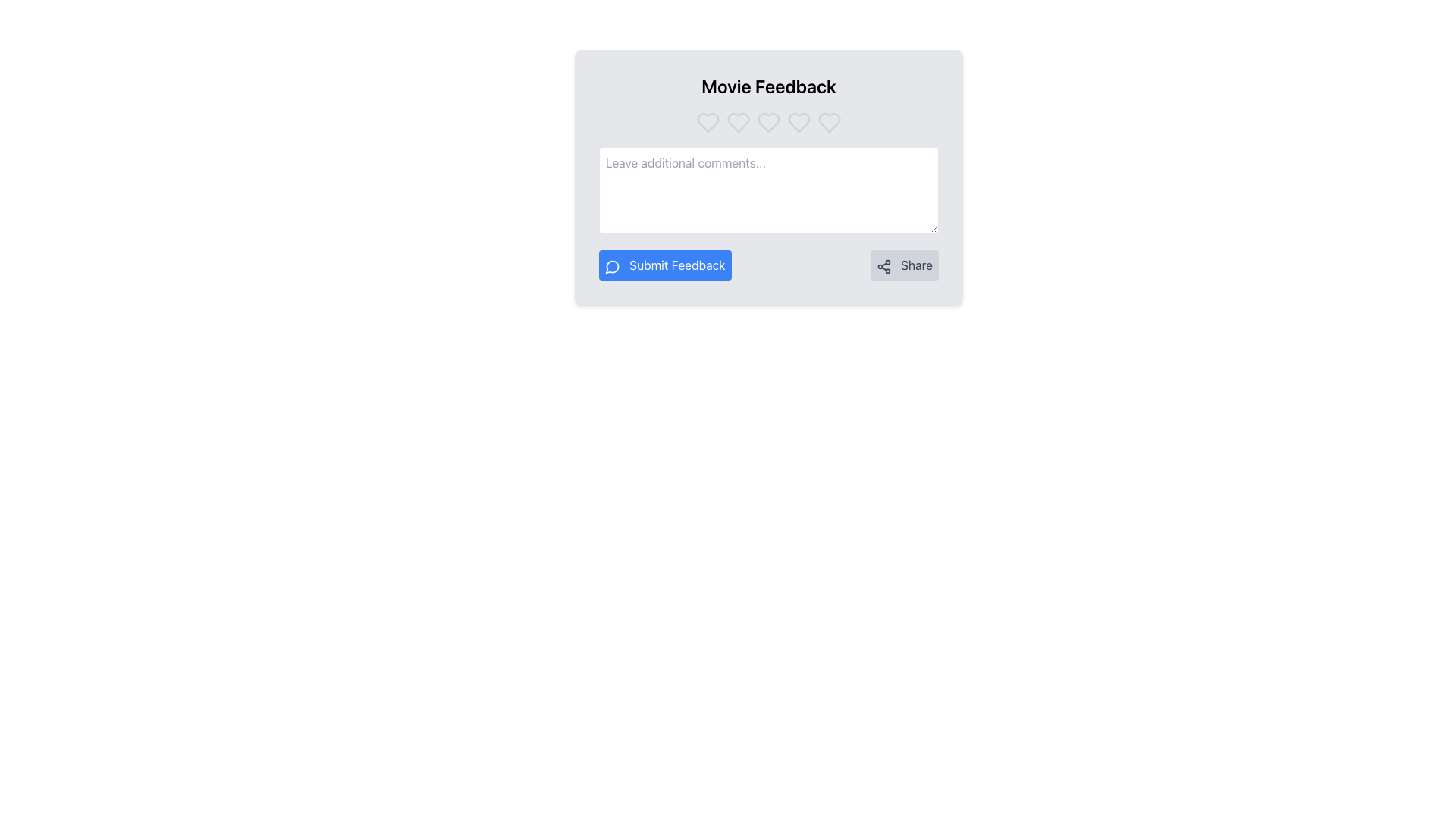 This screenshot has height=819, width=1456. Describe the element at coordinates (612, 265) in the screenshot. I see `the Decorative Icon located to the left of the 'Submit Feedback' button in the feedback interface` at that location.